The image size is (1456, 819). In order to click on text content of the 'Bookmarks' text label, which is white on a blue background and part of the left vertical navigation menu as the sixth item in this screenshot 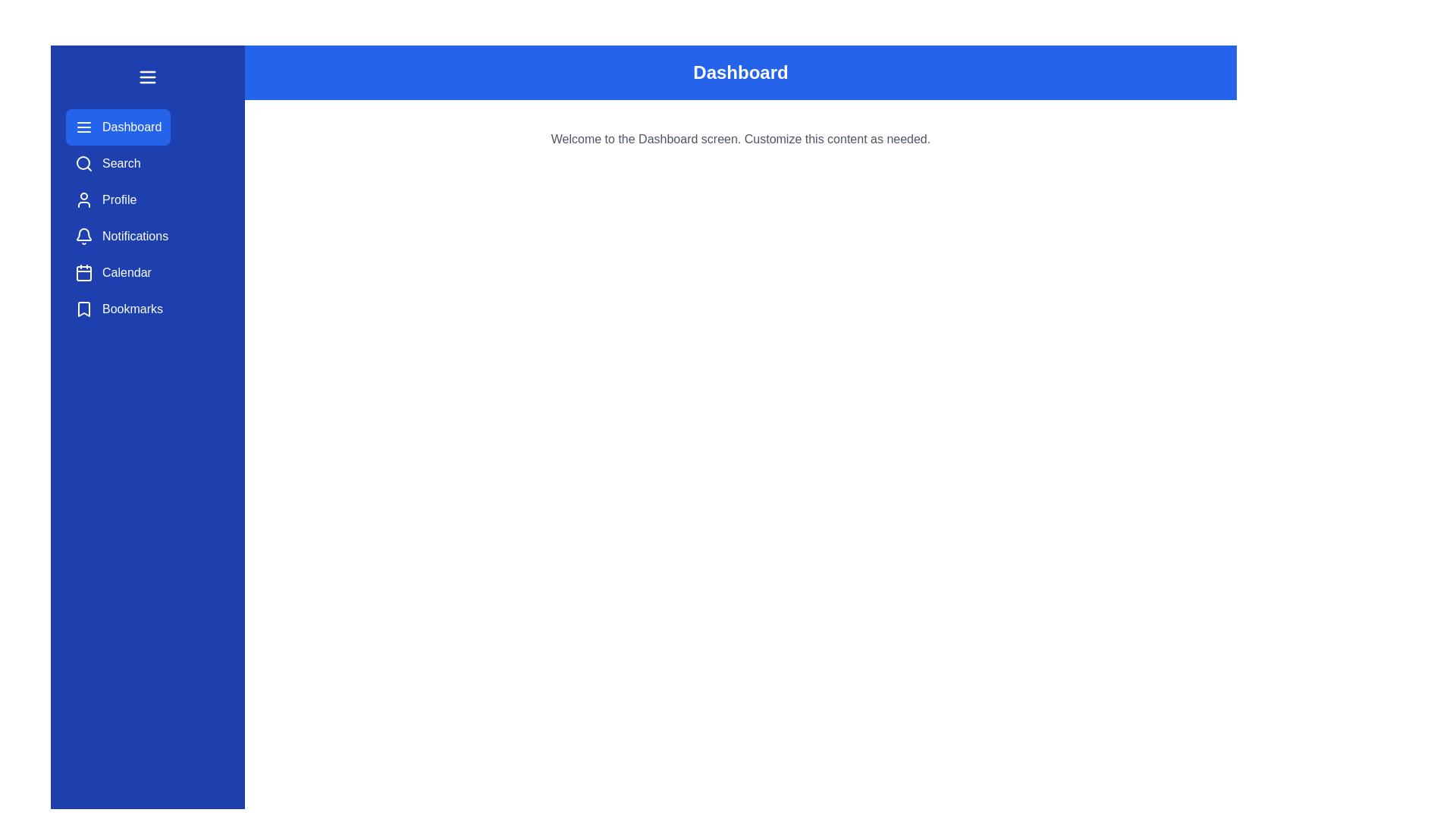, I will do `click(133, 309)`.